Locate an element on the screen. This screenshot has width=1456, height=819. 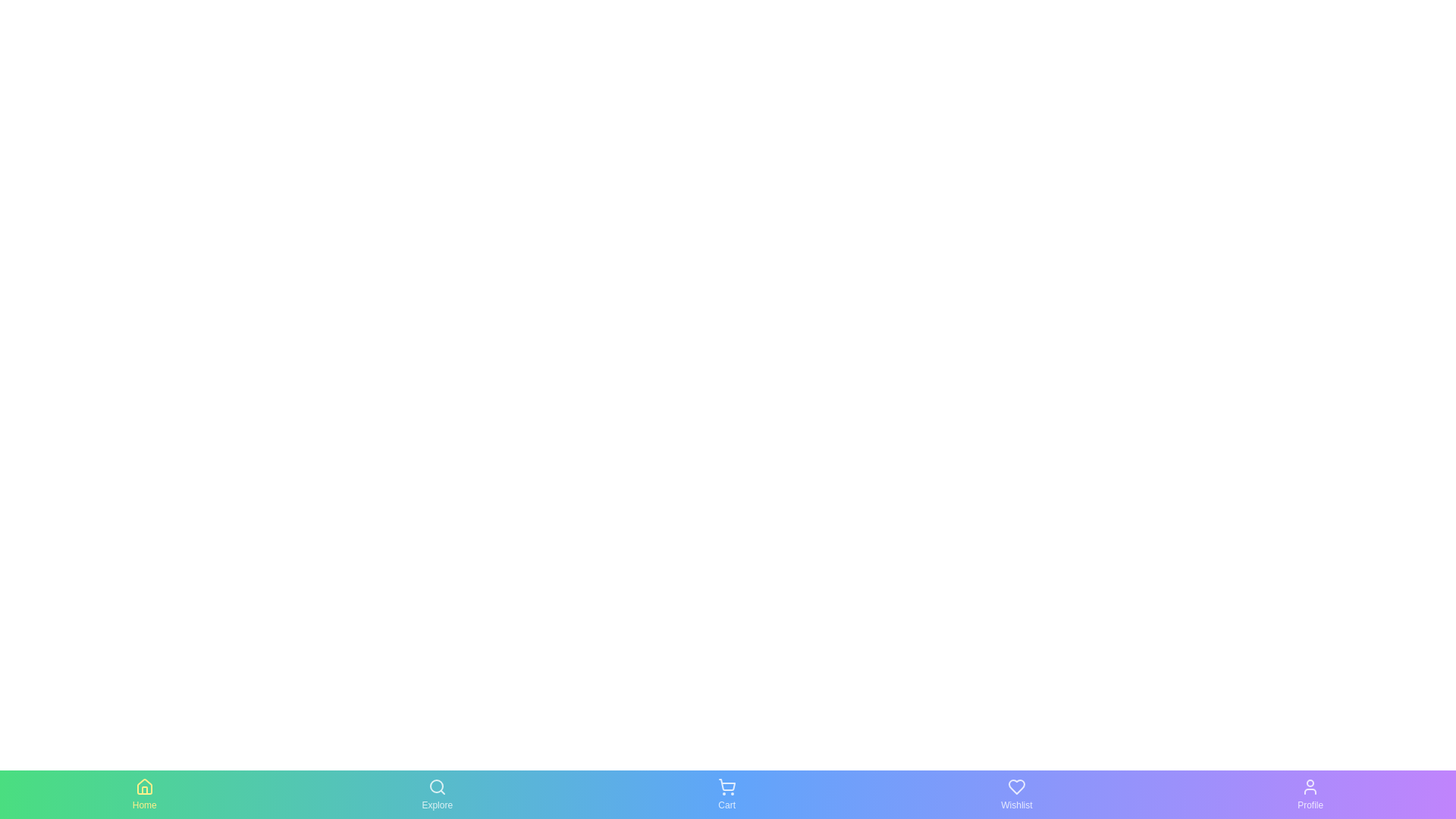
the Home tab by clicking on it is located at coordinates (144, 794).